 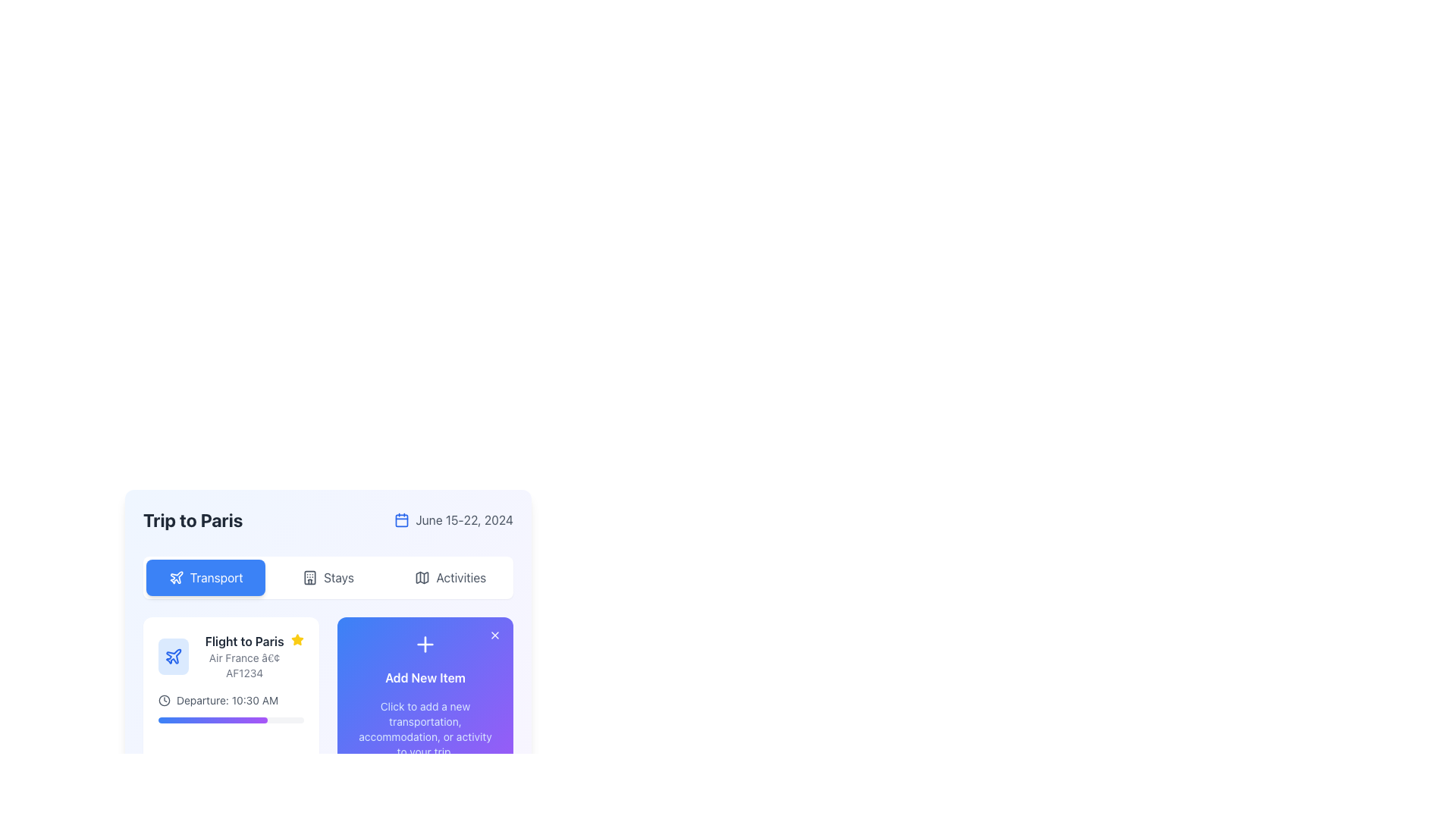 I want to click on the text block containing 'Flight to Paris' and 'Air France • AF1234', so click(x=231, y=656).